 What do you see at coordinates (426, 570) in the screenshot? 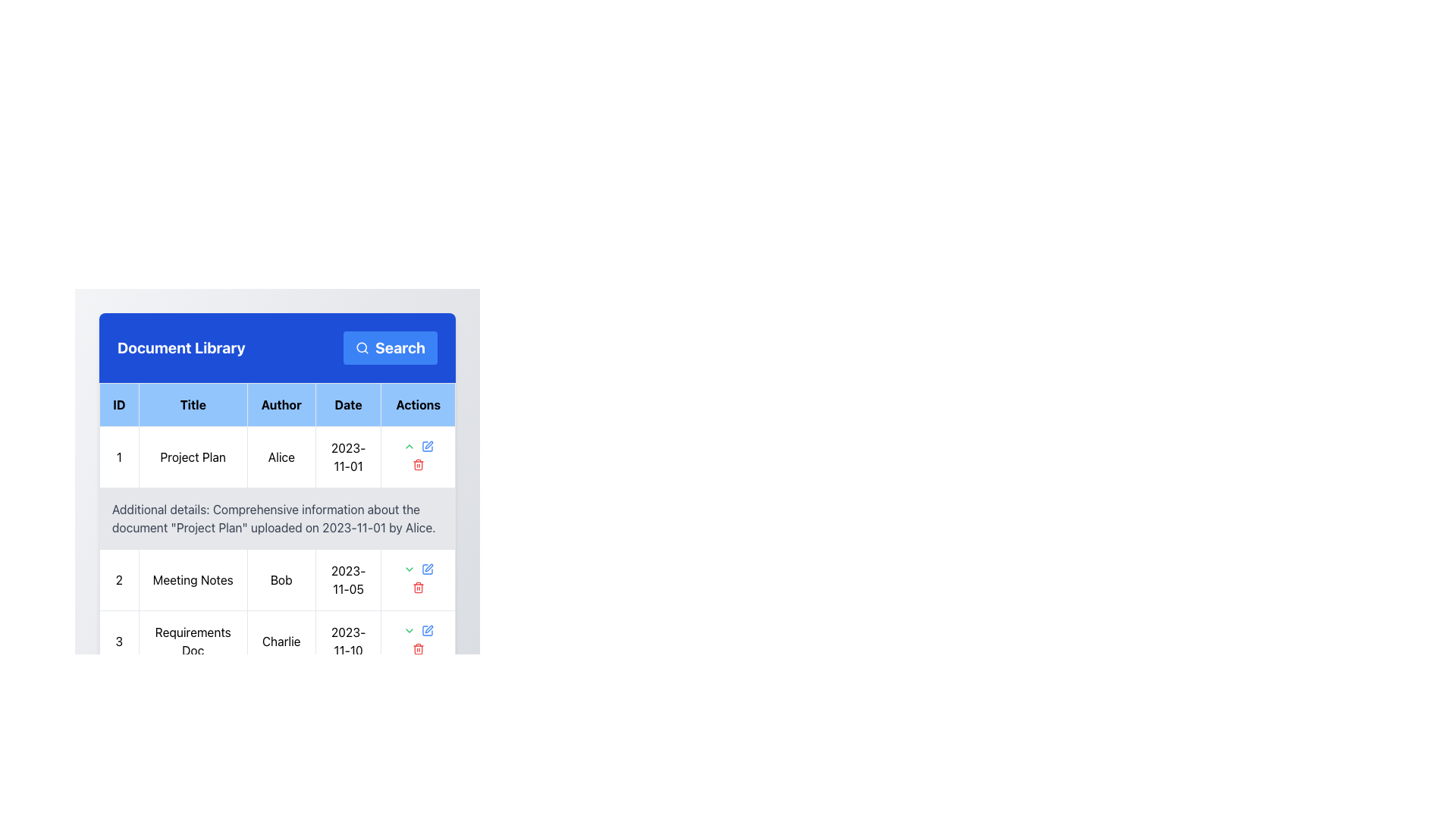
I see `the blue pencil icon button for editing, located in the Actions column of the document entry titled 'Meeting Notes'` at bounding box center [426, 570].